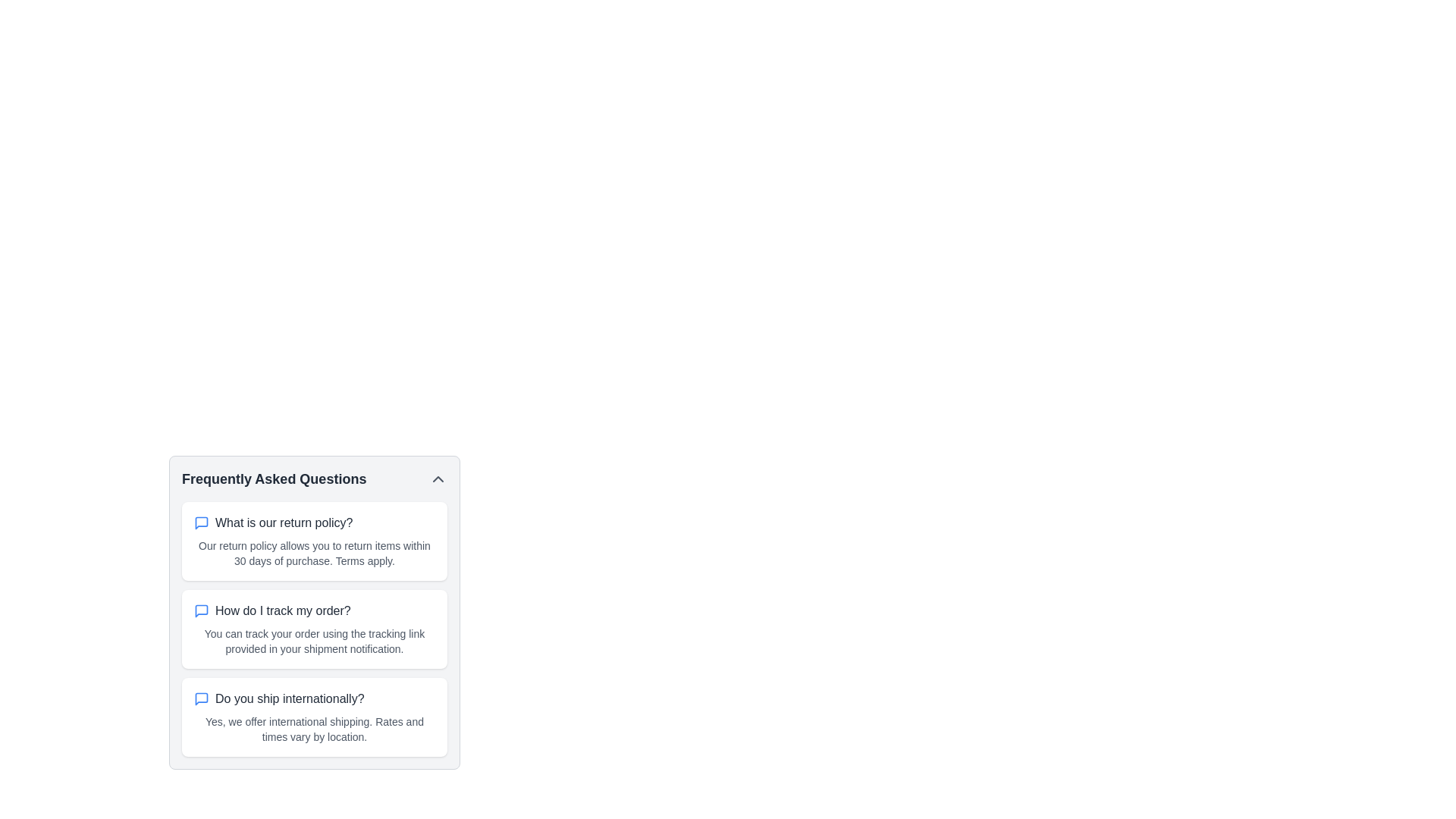 The image size is (1456, 819). Describe the element at coordinates (290, 698) in the screenshot. I see `the text element reading 'Do you ship internationally?' which is styled with a medium font weight and dark gray color, located in the third entry of the FAQ section` at that location.